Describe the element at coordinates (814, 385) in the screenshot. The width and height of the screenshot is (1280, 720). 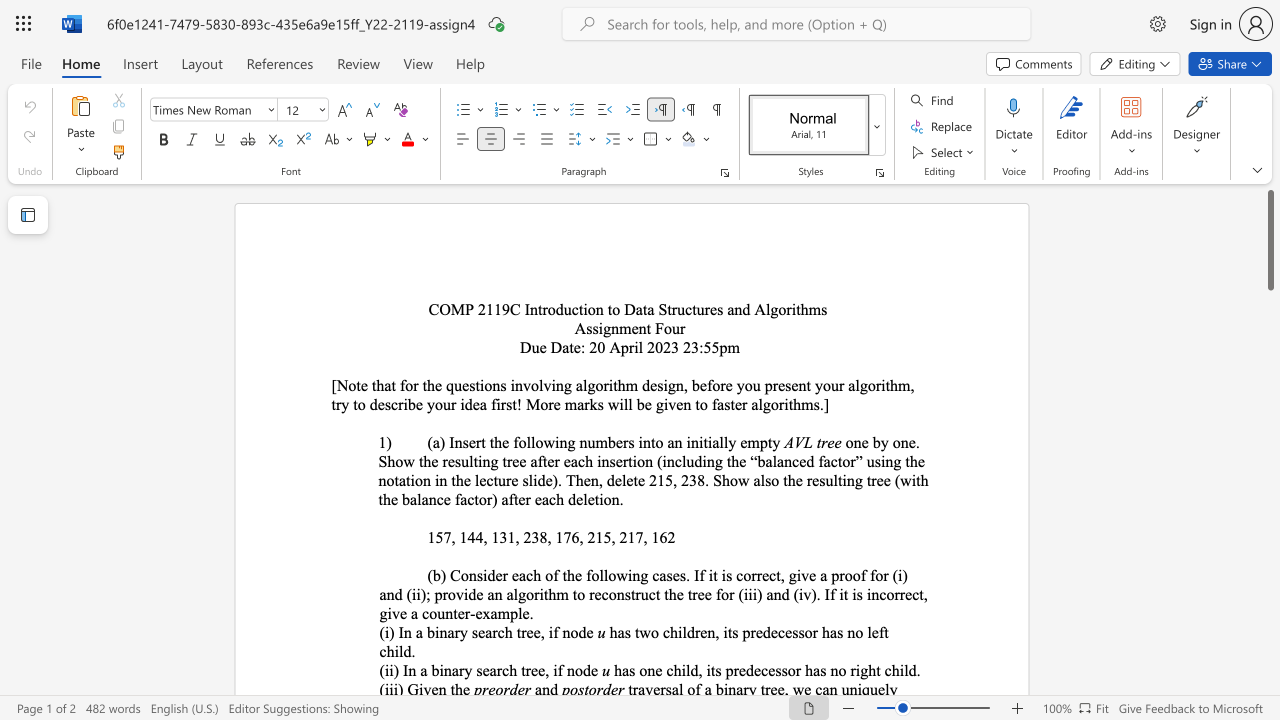
I see `the subset text "your algorithm, try to describe your idea first! More ma" within the text "[Note that for the questions involving algorithm design, before you present your algorithm, try to describe your idea first! More marks will be given to faster algorithms.]"` at that location.